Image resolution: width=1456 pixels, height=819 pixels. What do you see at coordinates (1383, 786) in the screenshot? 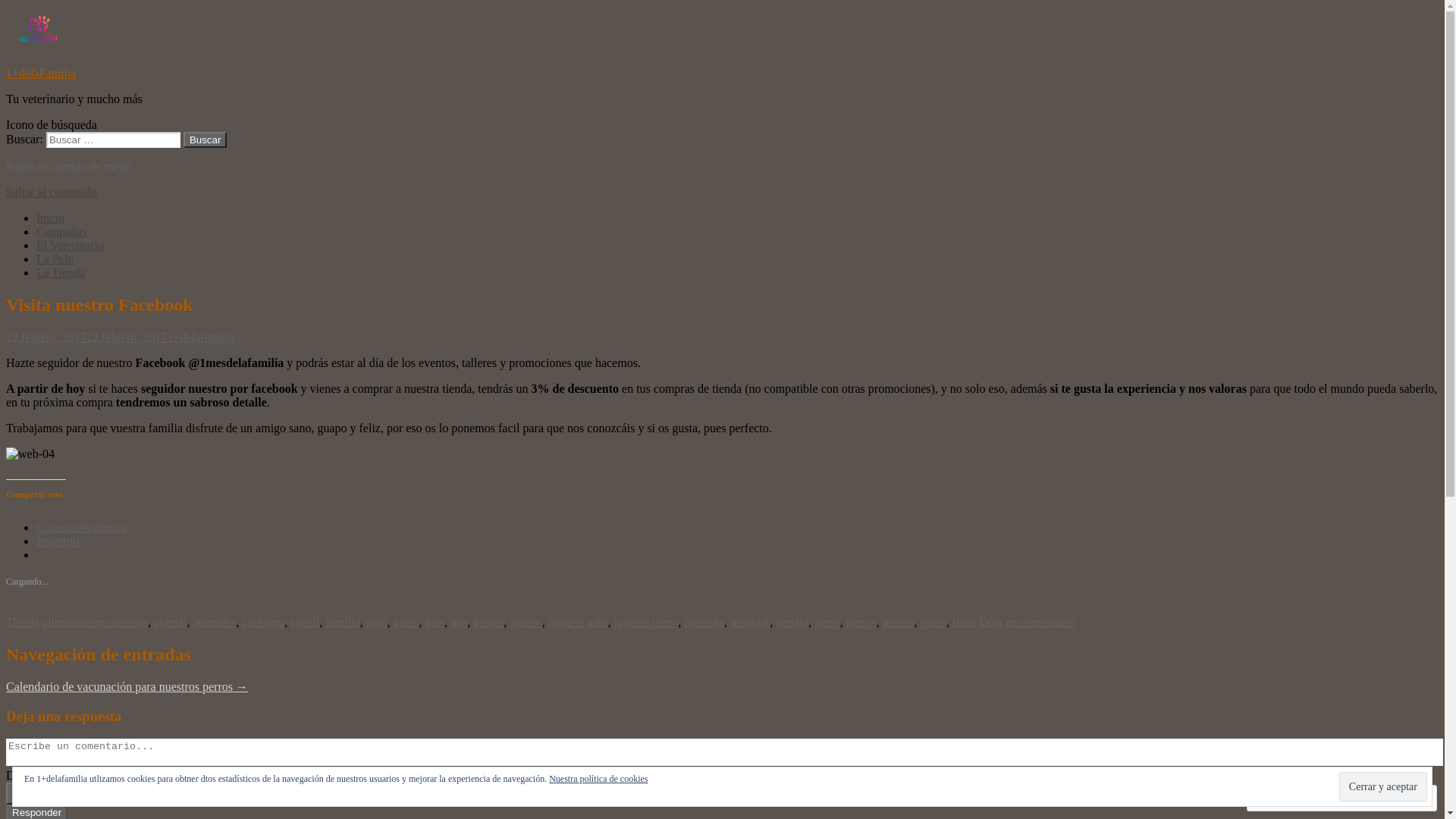
I see `'Cerrar y aceptar'` at bounding box center [1383, 786].